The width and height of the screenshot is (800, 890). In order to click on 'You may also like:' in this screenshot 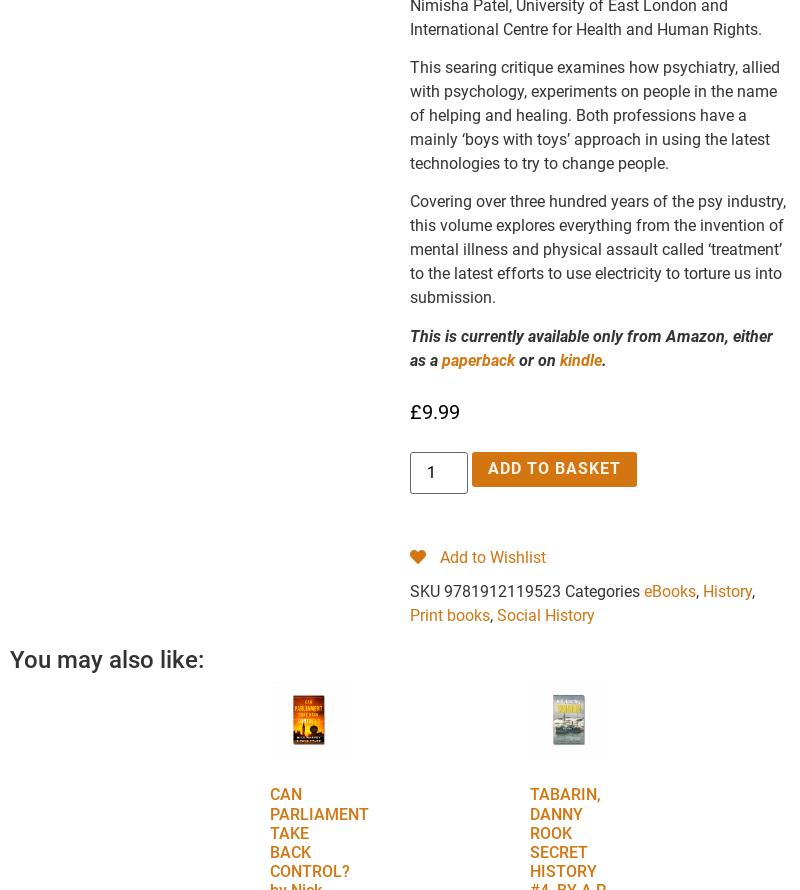, I will do `click(106, 658)`.